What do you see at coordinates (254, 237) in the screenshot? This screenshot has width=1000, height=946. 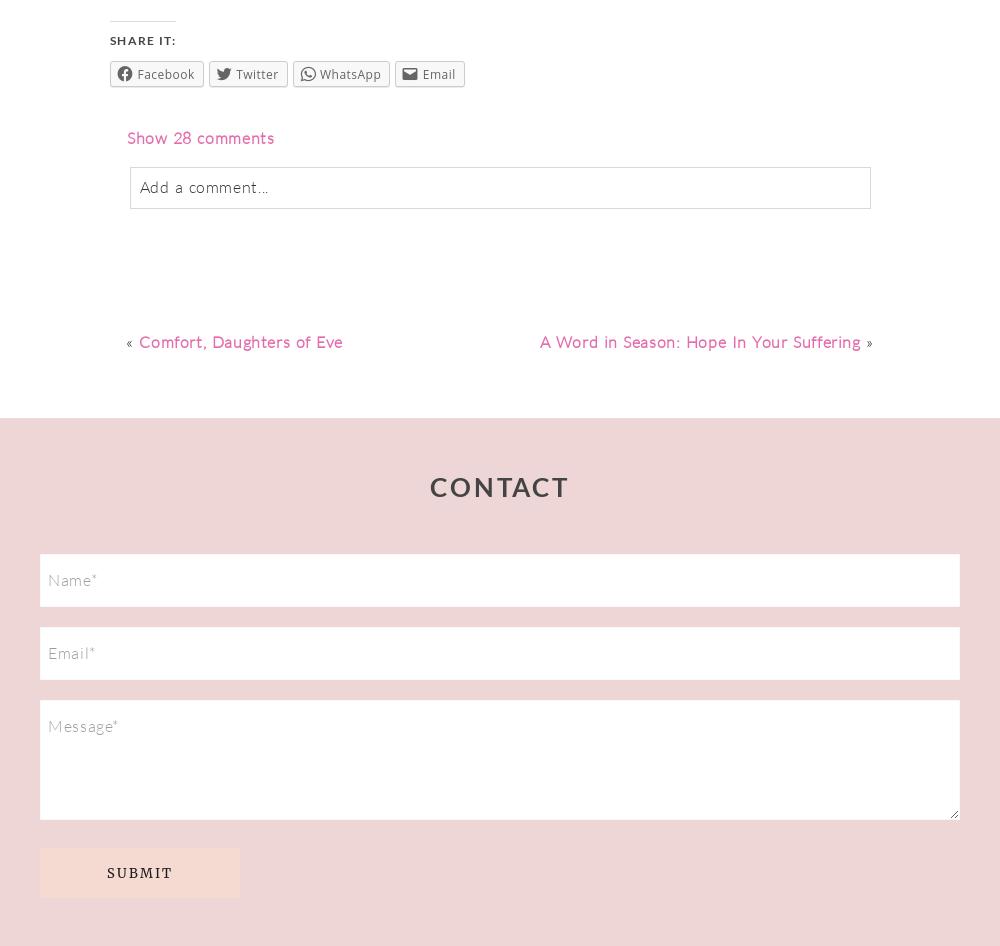 I see `'never'` at bounding box center [254, 237].